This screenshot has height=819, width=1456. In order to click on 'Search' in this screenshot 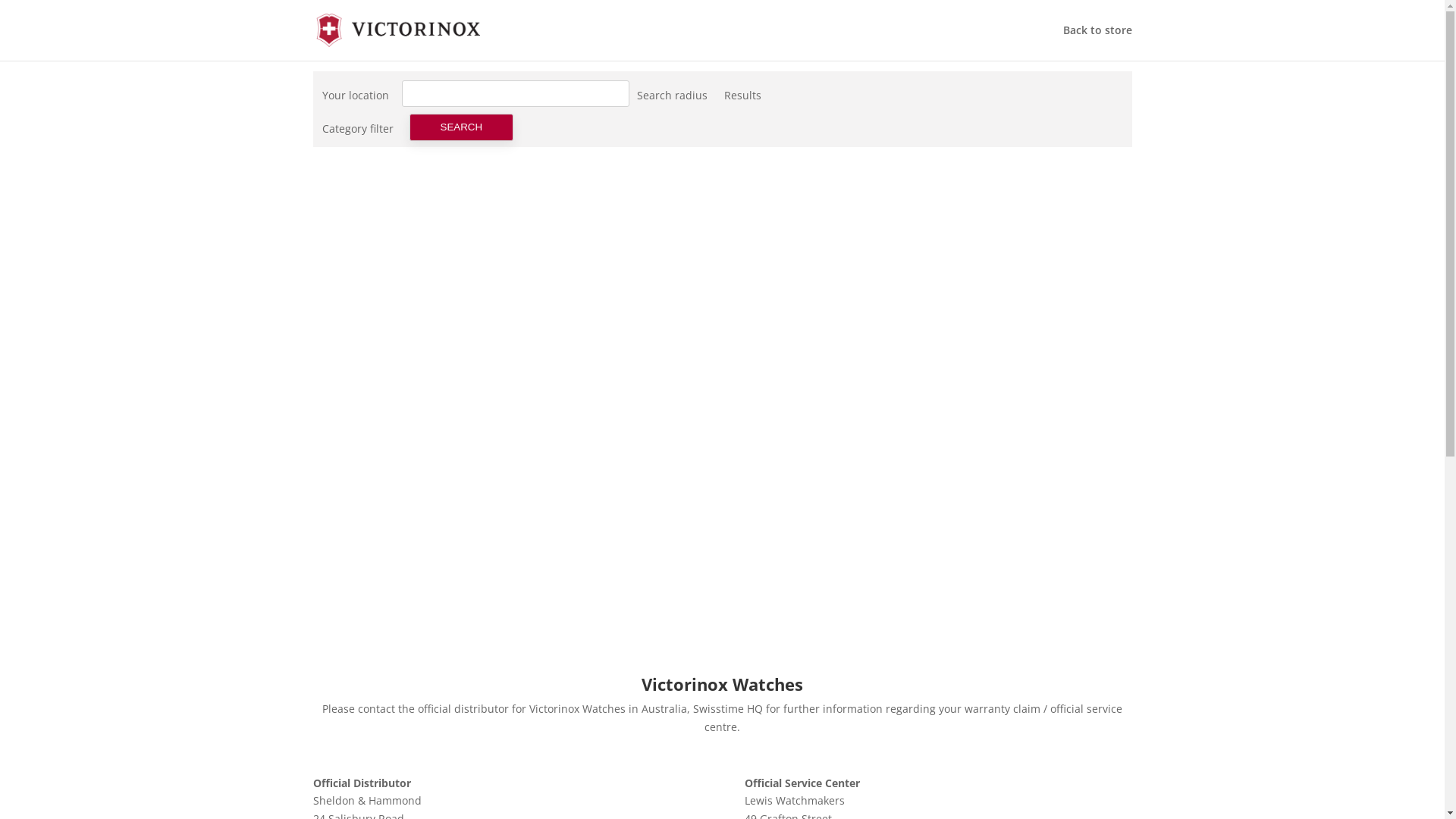, I will do `click(461, 127)`.